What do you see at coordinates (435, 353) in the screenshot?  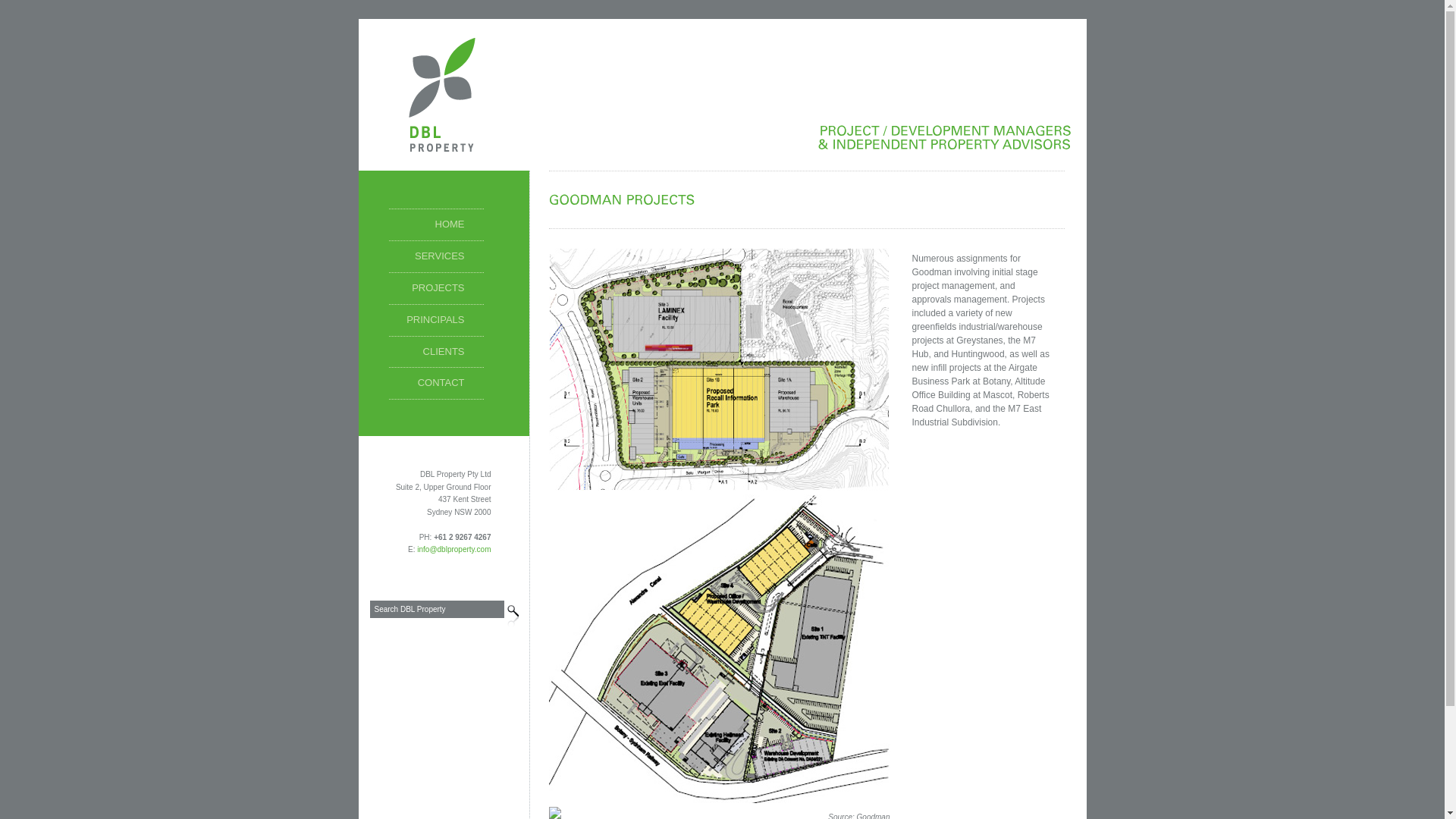 I see `'CLIENTS'` at bounding box center [435, 353].